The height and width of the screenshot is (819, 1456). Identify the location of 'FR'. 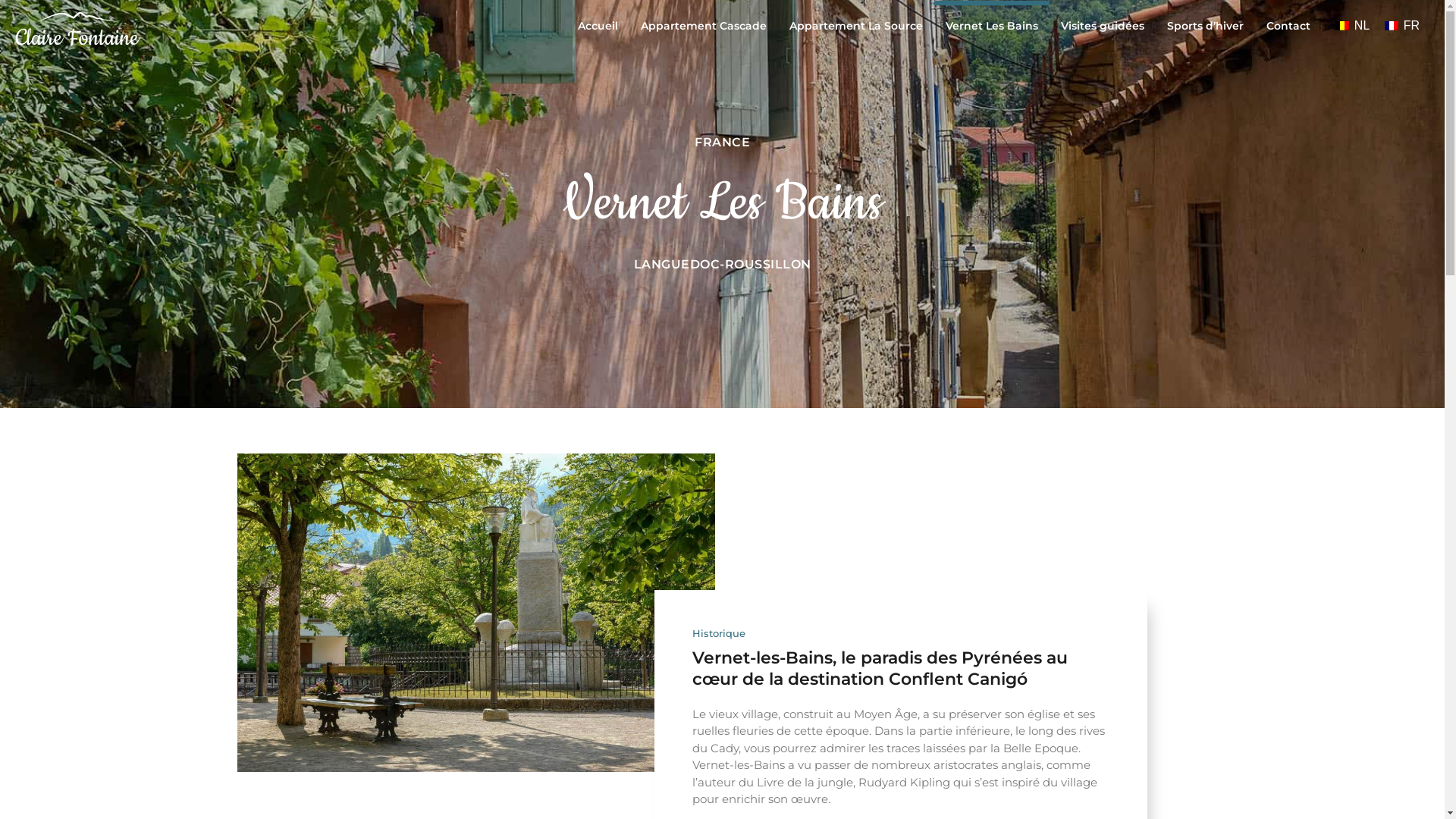
(1401, 26).